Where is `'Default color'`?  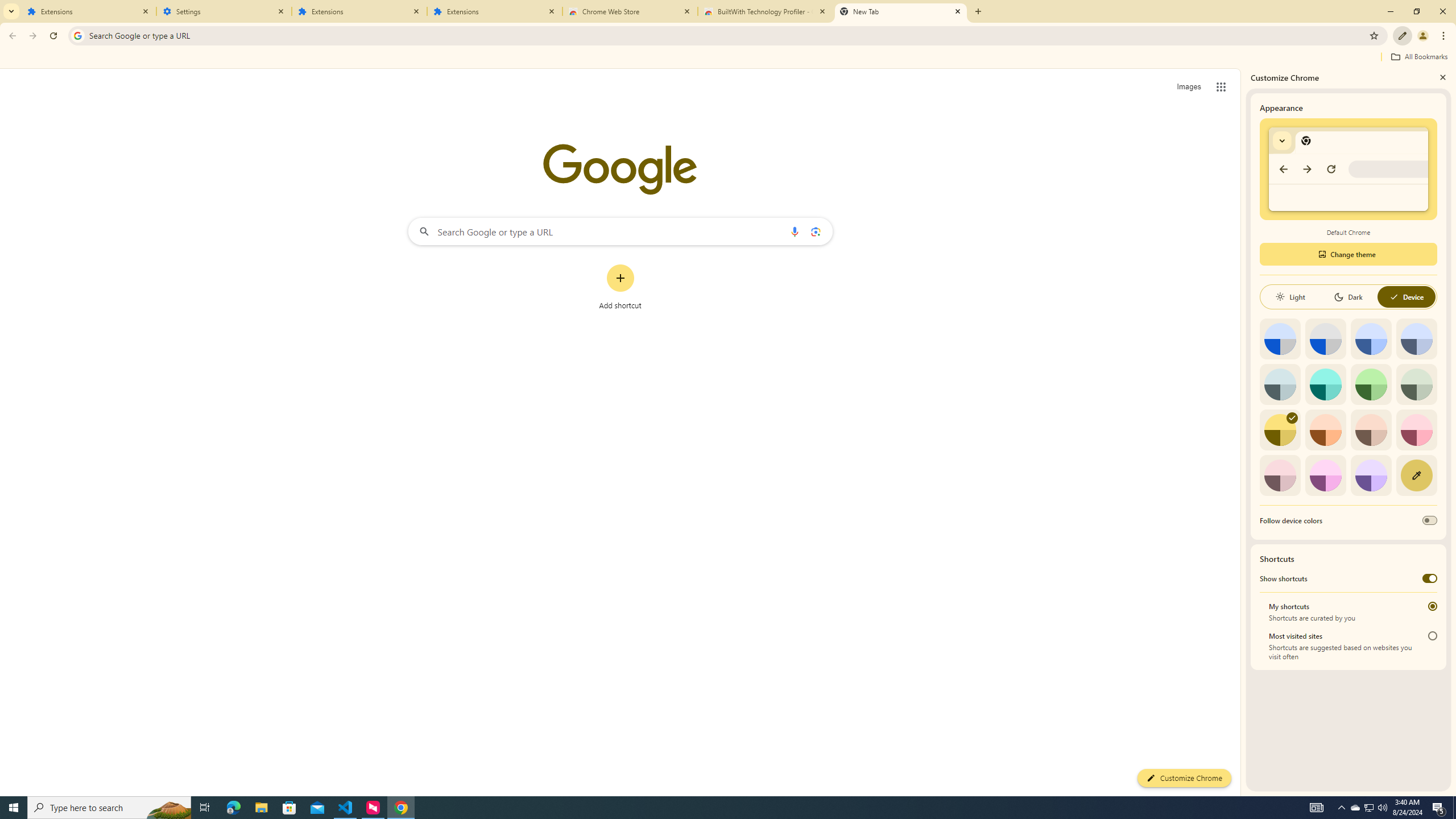
'Default color' is located at coordinates (1280, 338).